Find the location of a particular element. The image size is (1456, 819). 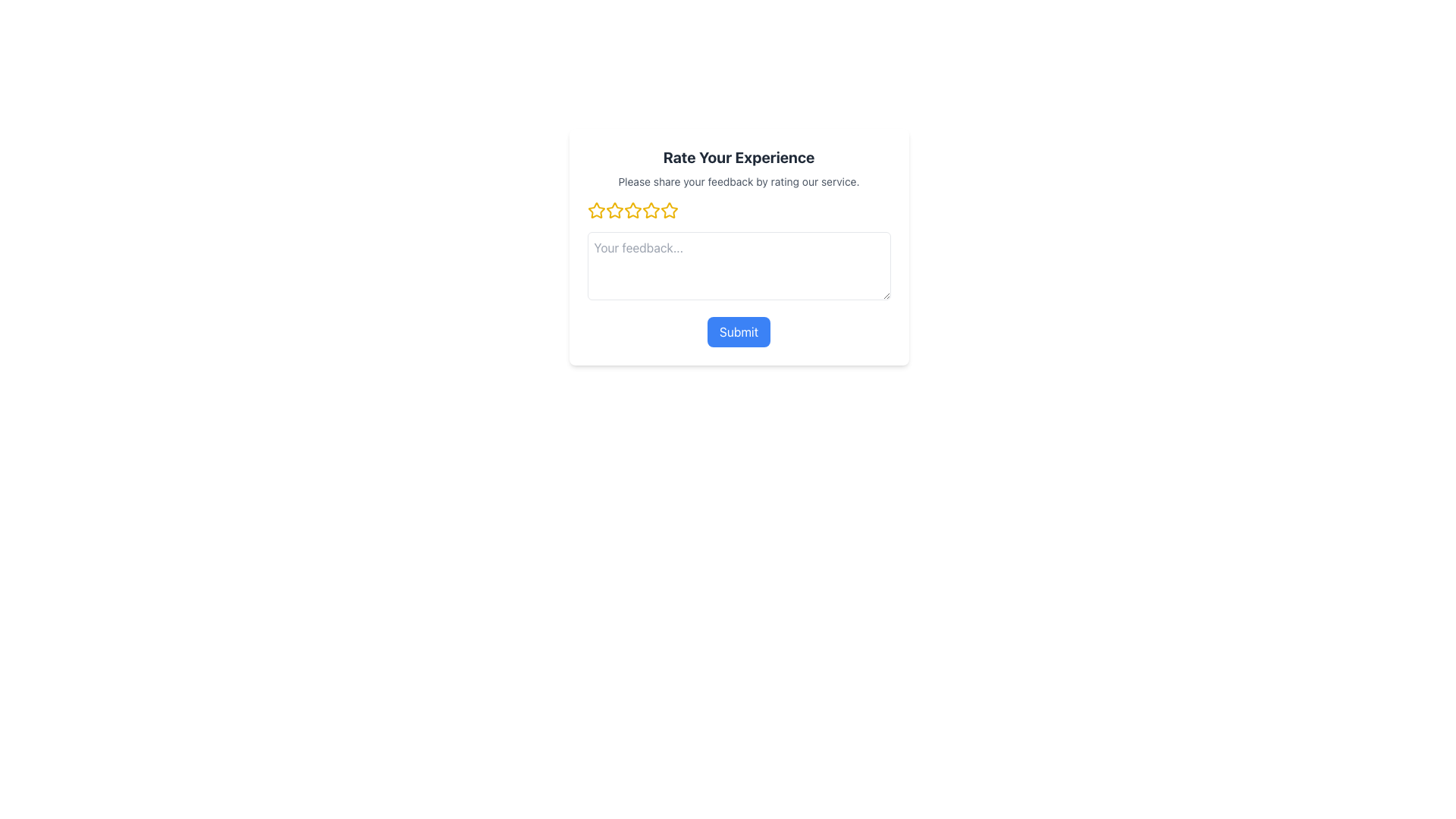

the second star in the star rating system is located at coordinates (614, 210).